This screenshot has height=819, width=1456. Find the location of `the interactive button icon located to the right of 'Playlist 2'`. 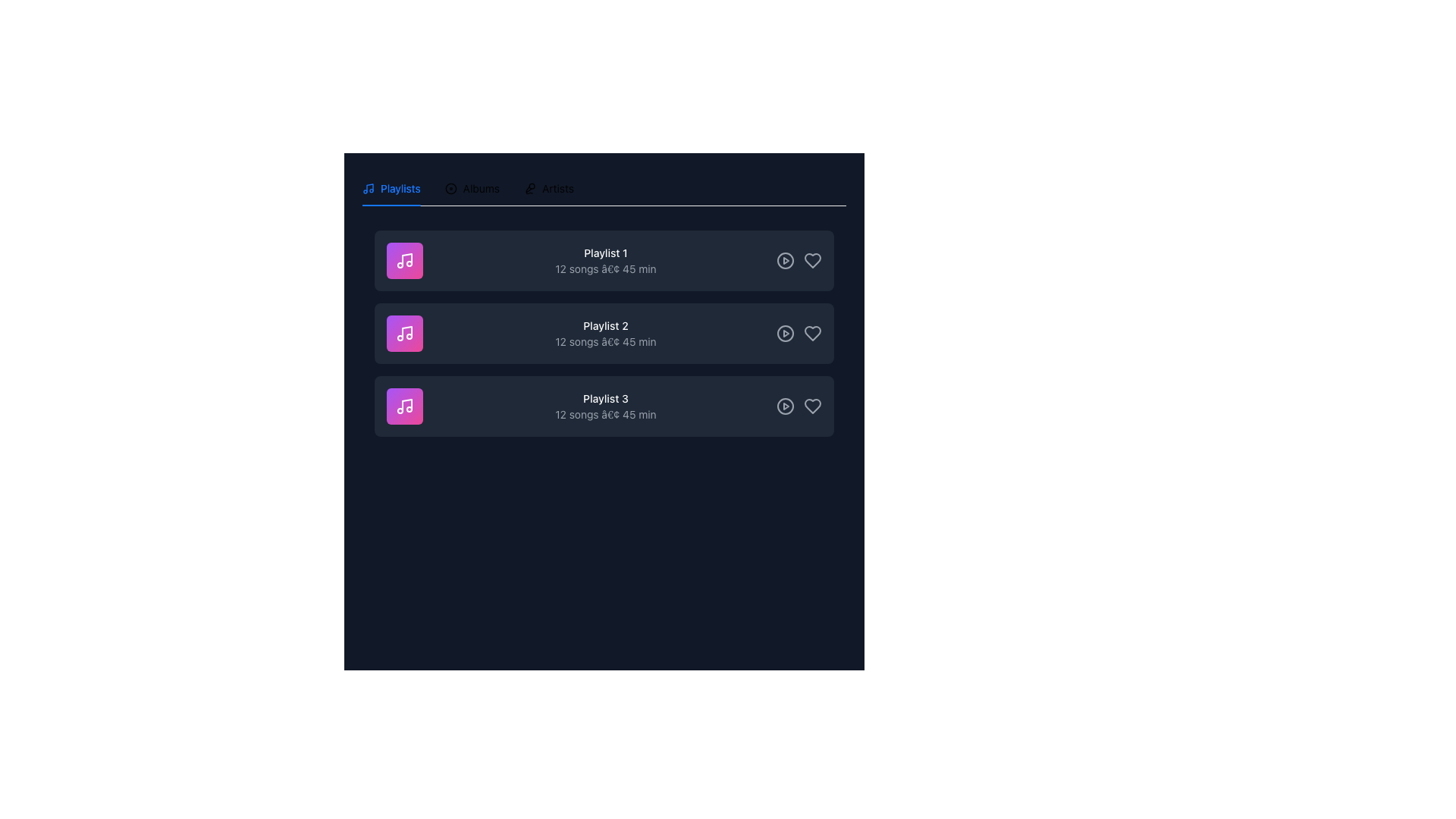

the interactive button icon located to the right of 'Playlist 2' is located at coordinates (786, 332).